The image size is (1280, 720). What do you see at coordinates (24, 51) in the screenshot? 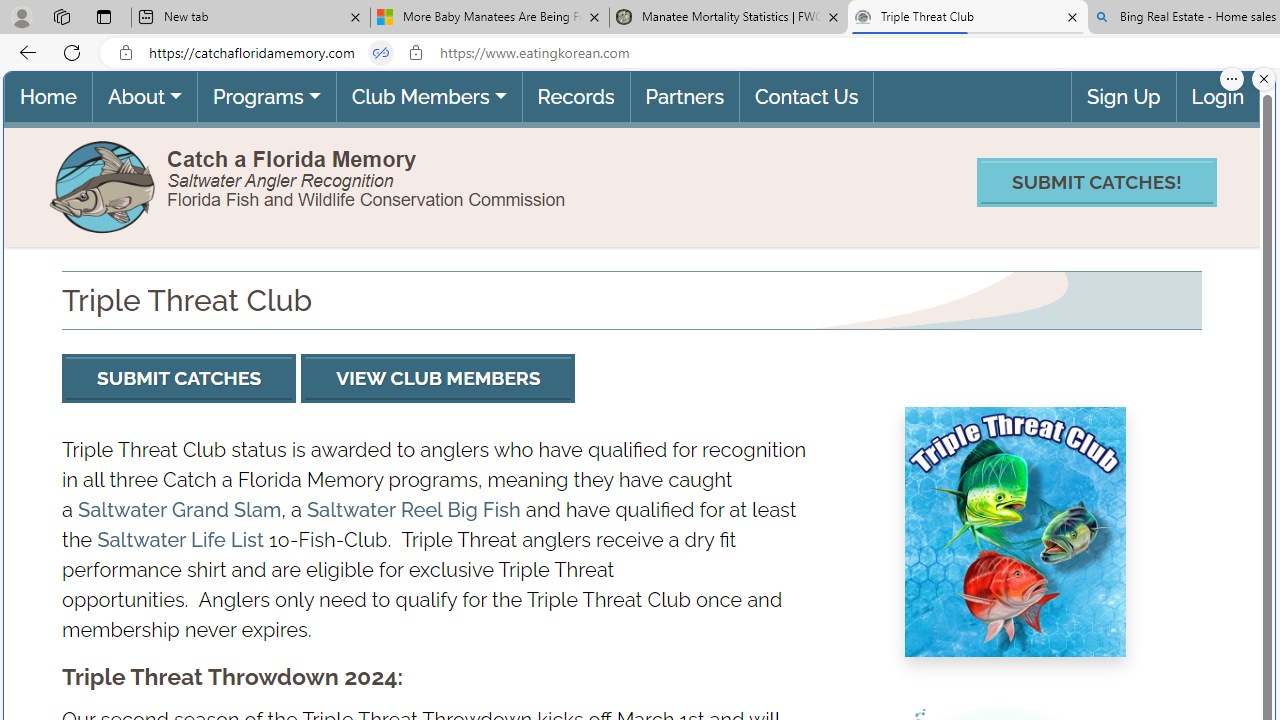
I see `'Back'` at bounding box center [24, 51].